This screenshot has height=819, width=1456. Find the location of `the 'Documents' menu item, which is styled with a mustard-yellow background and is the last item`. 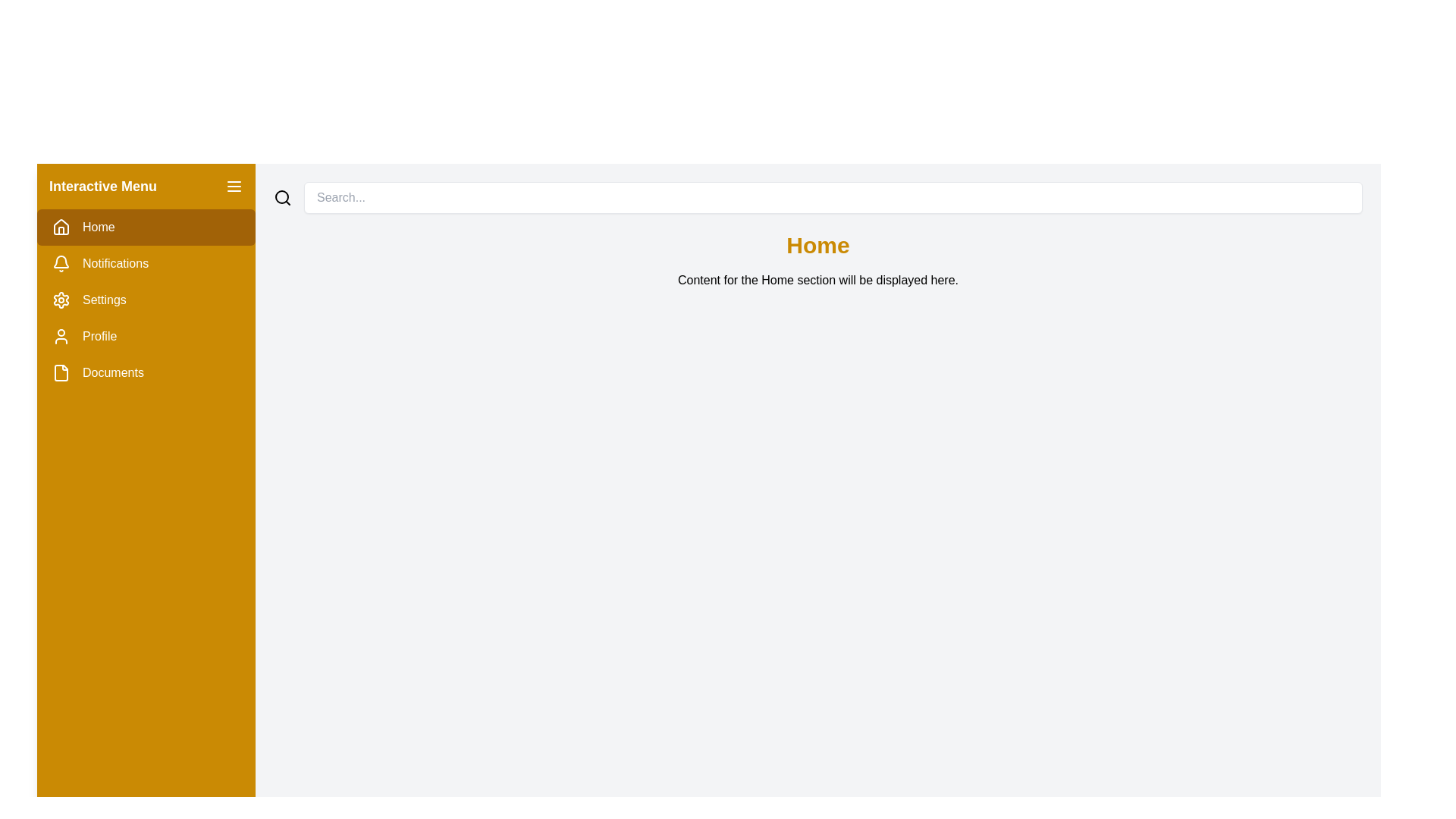

the 'Documents' menu item, which is styled with a mustard-yellow background and is the last item is located at coordinates (146, 373).